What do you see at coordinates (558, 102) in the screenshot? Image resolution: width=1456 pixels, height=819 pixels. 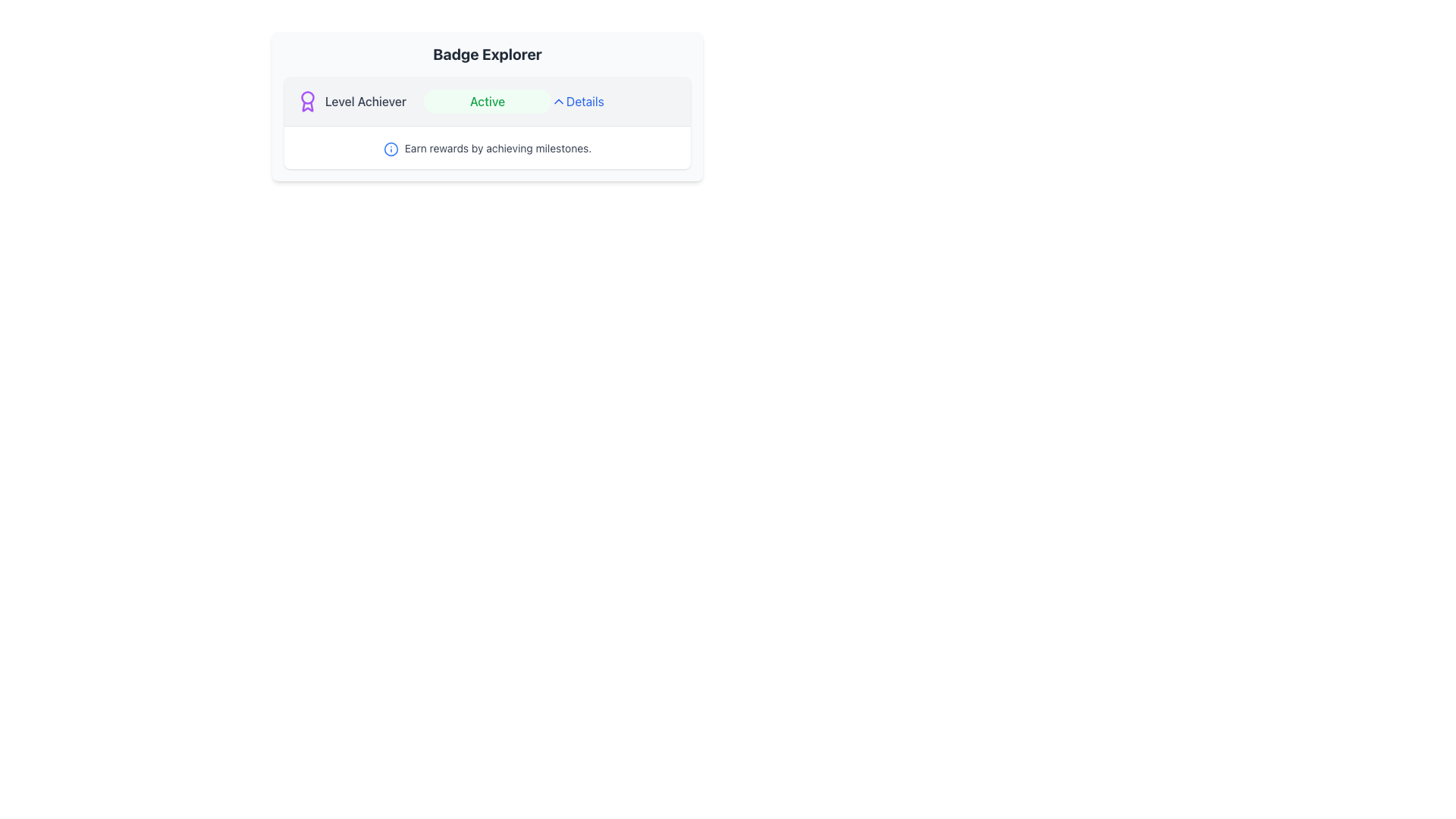 I see `the collapsible icon next to the 'Details' label in the 'Badge Explorer' section` at bounding box center [558, 102].